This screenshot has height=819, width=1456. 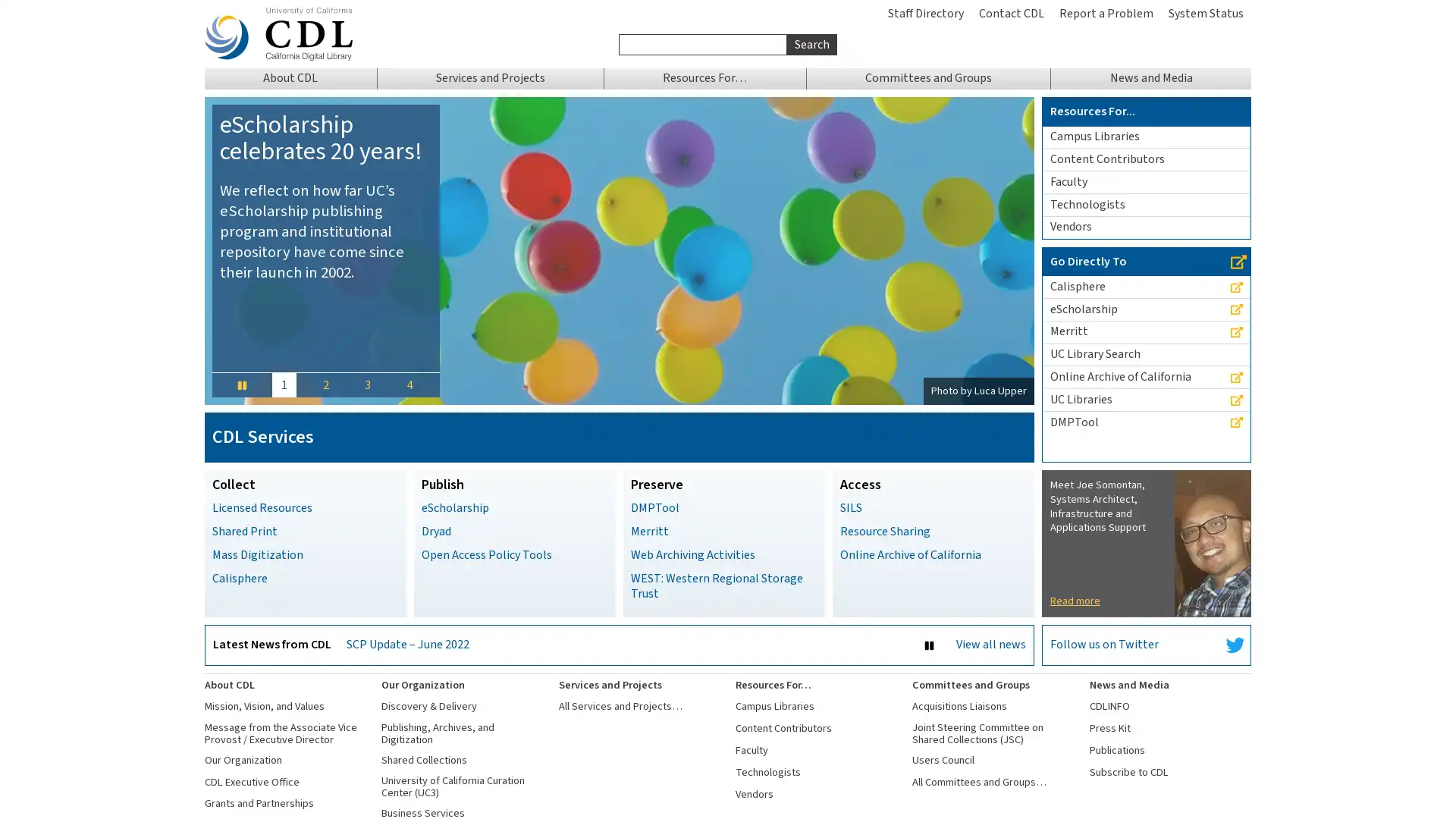 What do you see at coordinates (367, 383) in the screenshot?
I see `go to slide 3 of 4` at bounding box center [367, 383].